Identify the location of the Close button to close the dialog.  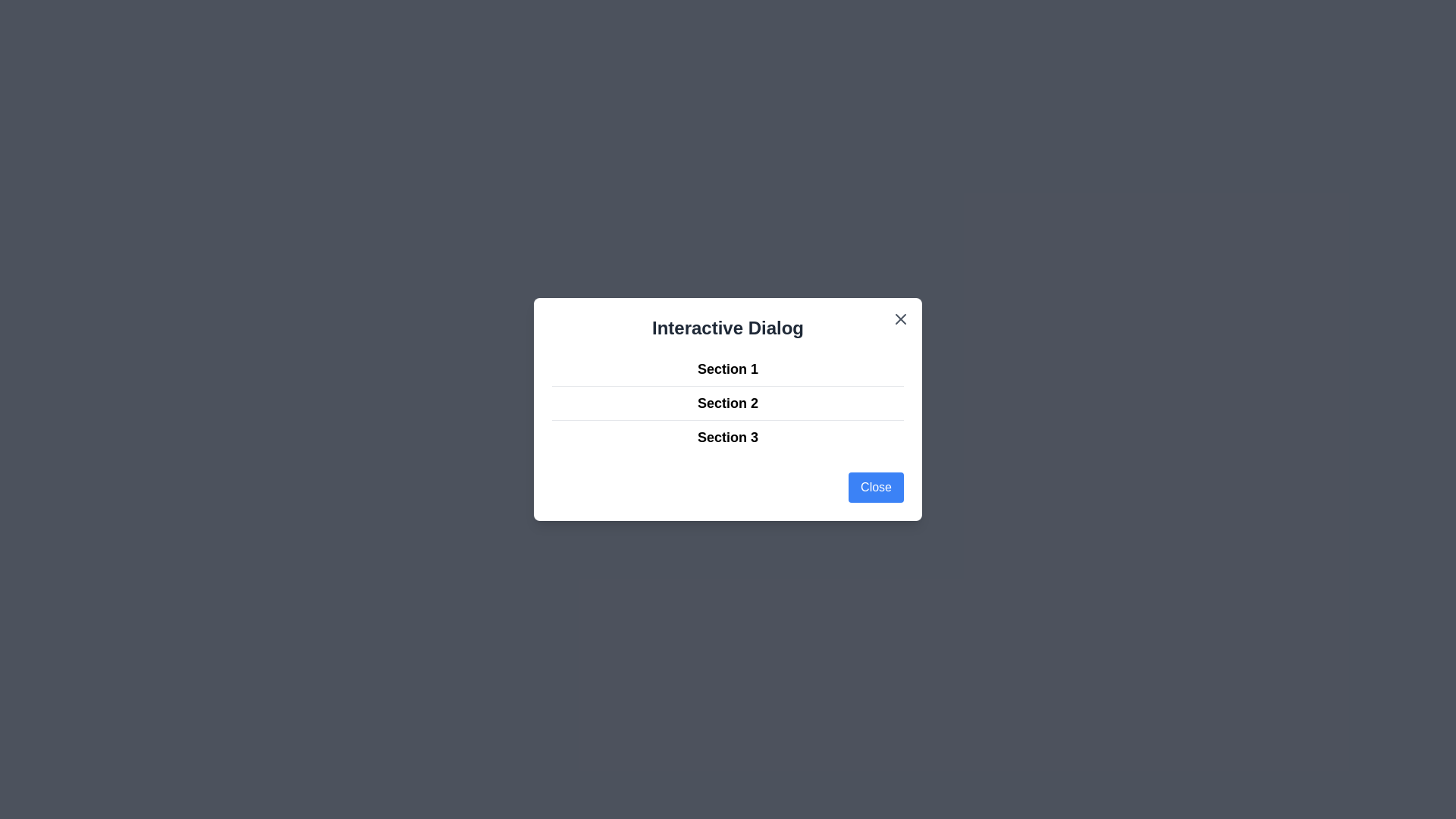
(876, 488).